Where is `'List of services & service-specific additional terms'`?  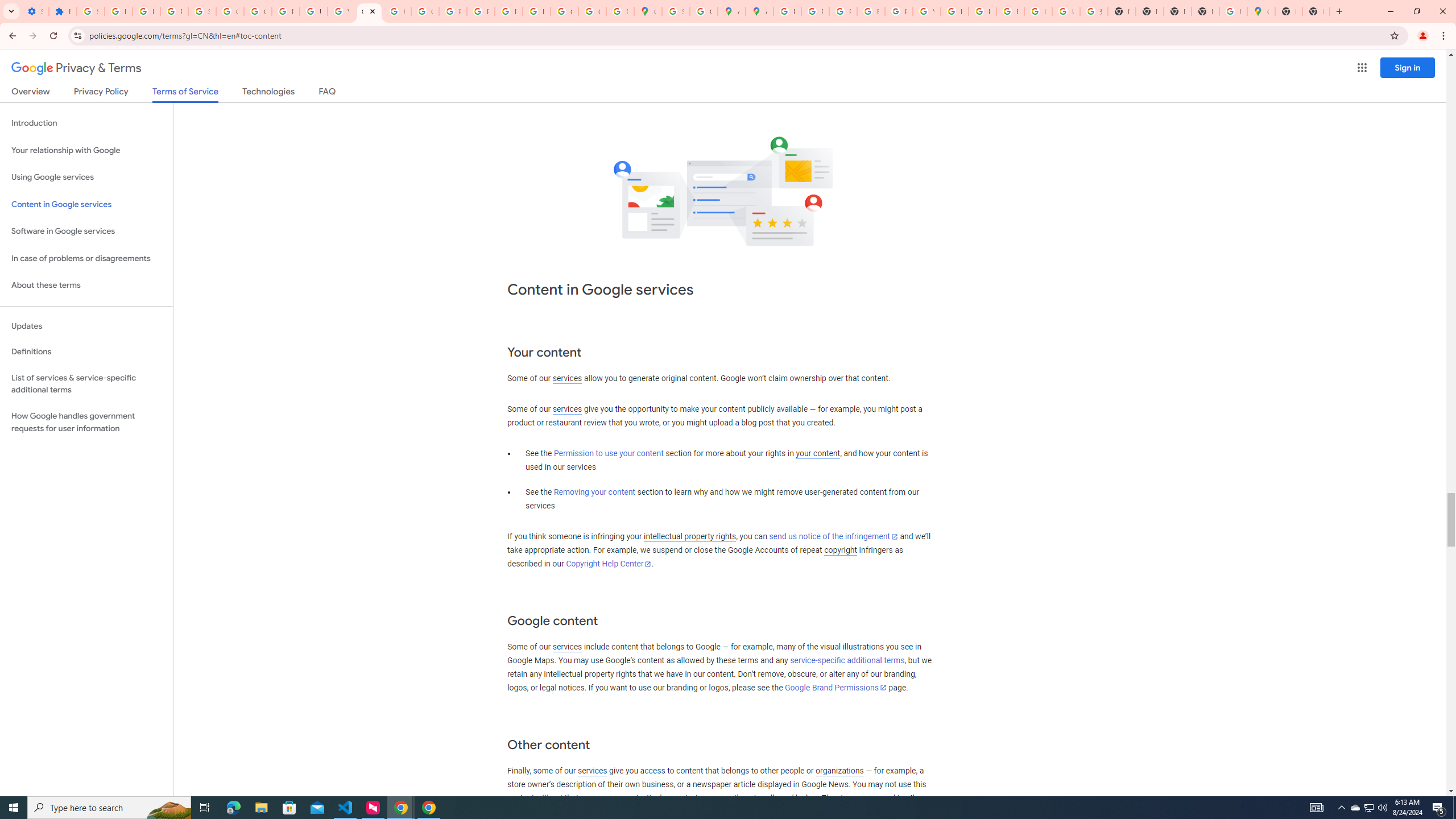 'List of services & service-specific additional terms' is located at coordinates (86, 383).